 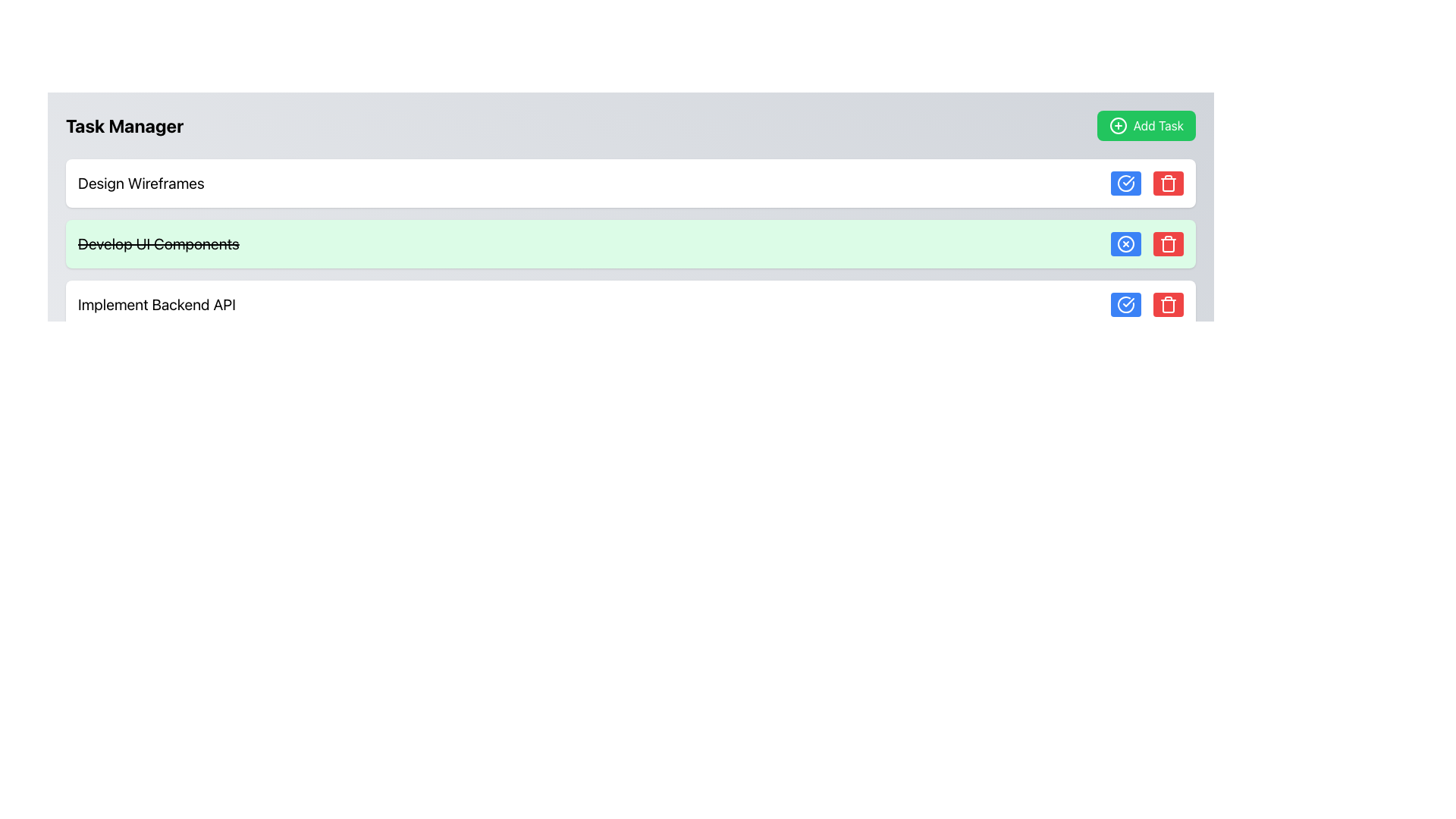 I want to click on the delete button located in the rightmost section of the task item row, which is the second button from the right, so click(x=1167, y=243).